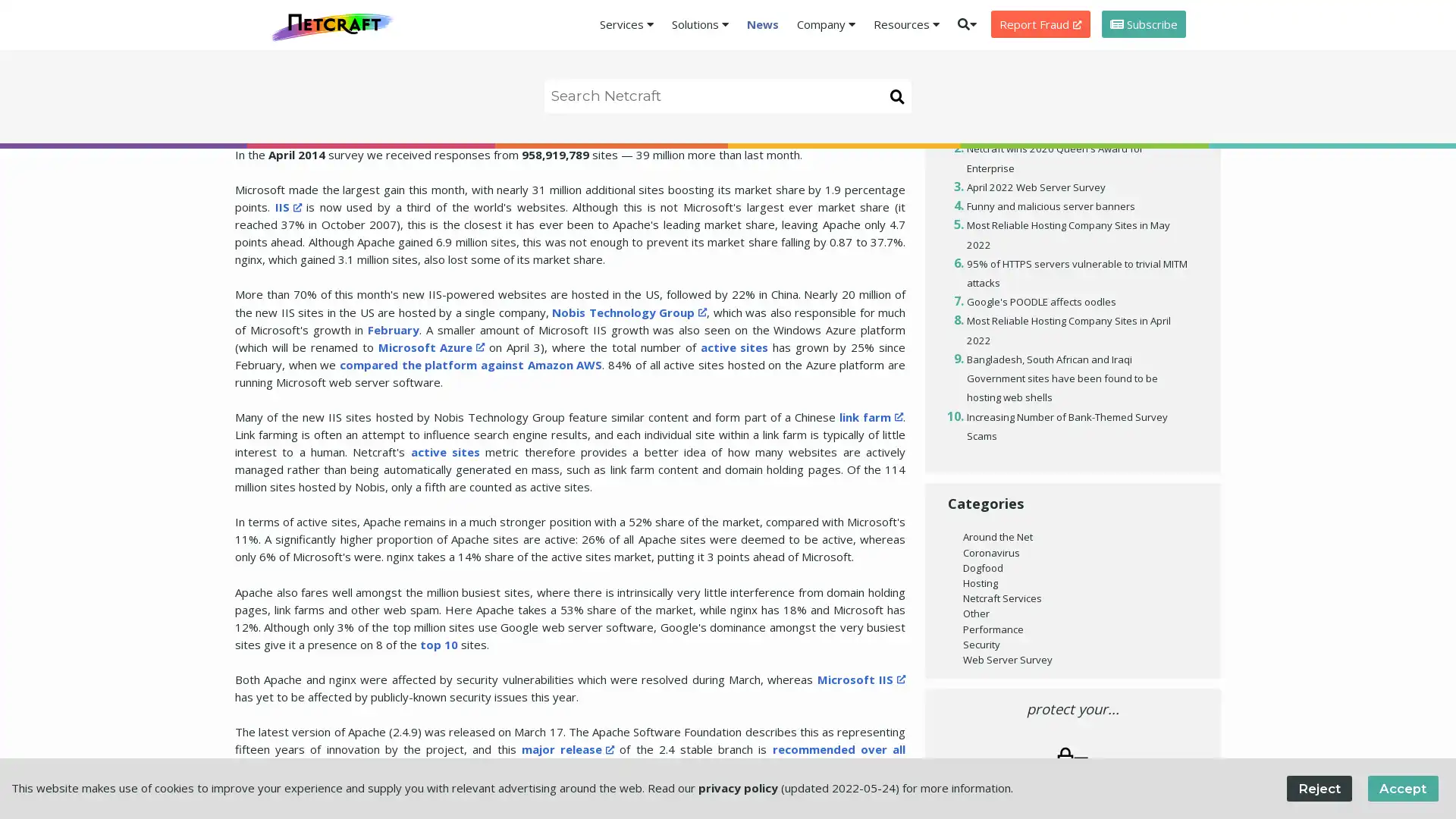 Image resolution: width=1456 pixels, height=819 pixels. Describe the element at coordinates (1401, 787) in the screenshot. I see `Accept` at that location.